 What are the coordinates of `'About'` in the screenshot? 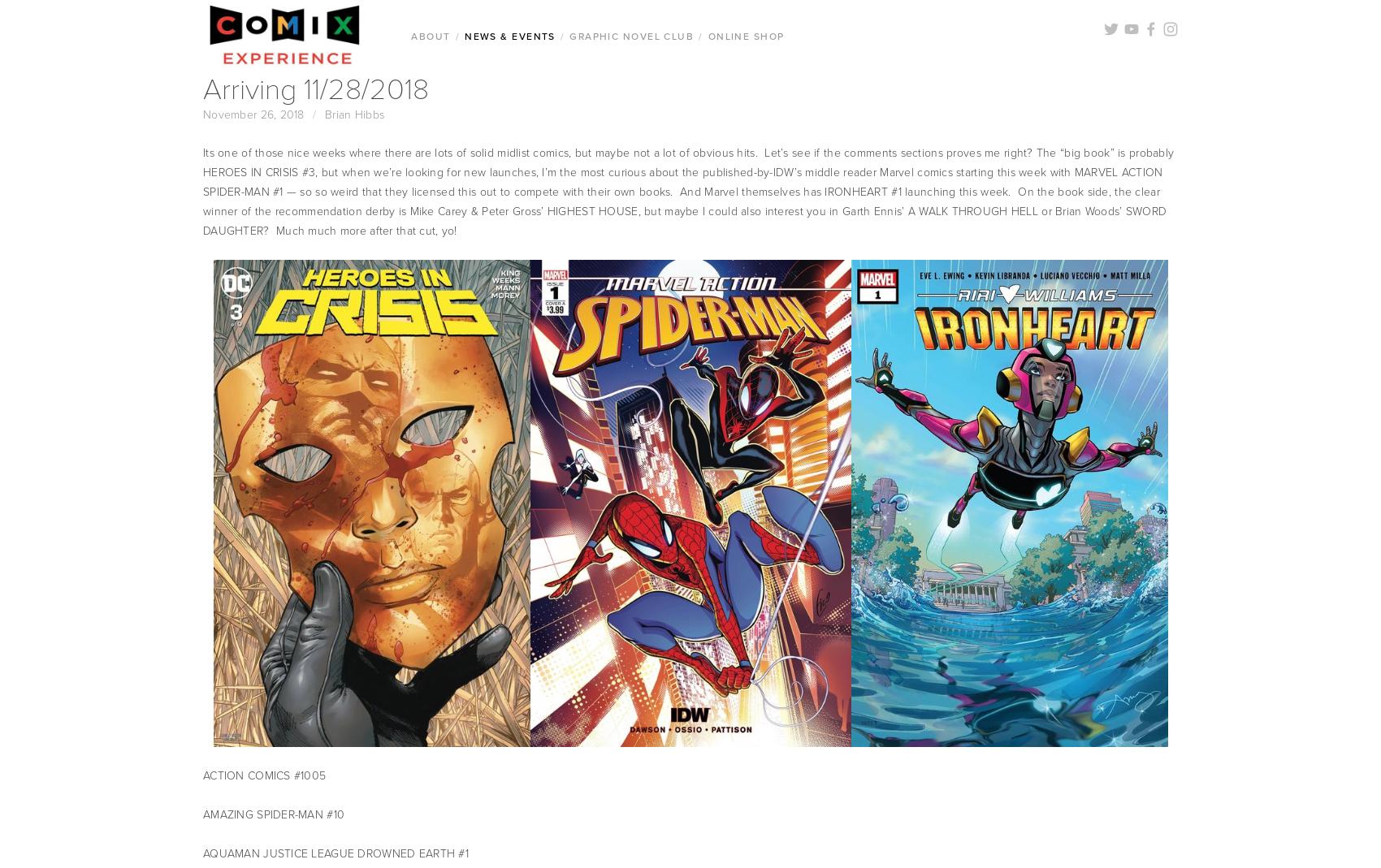 It's located at (431, 35).